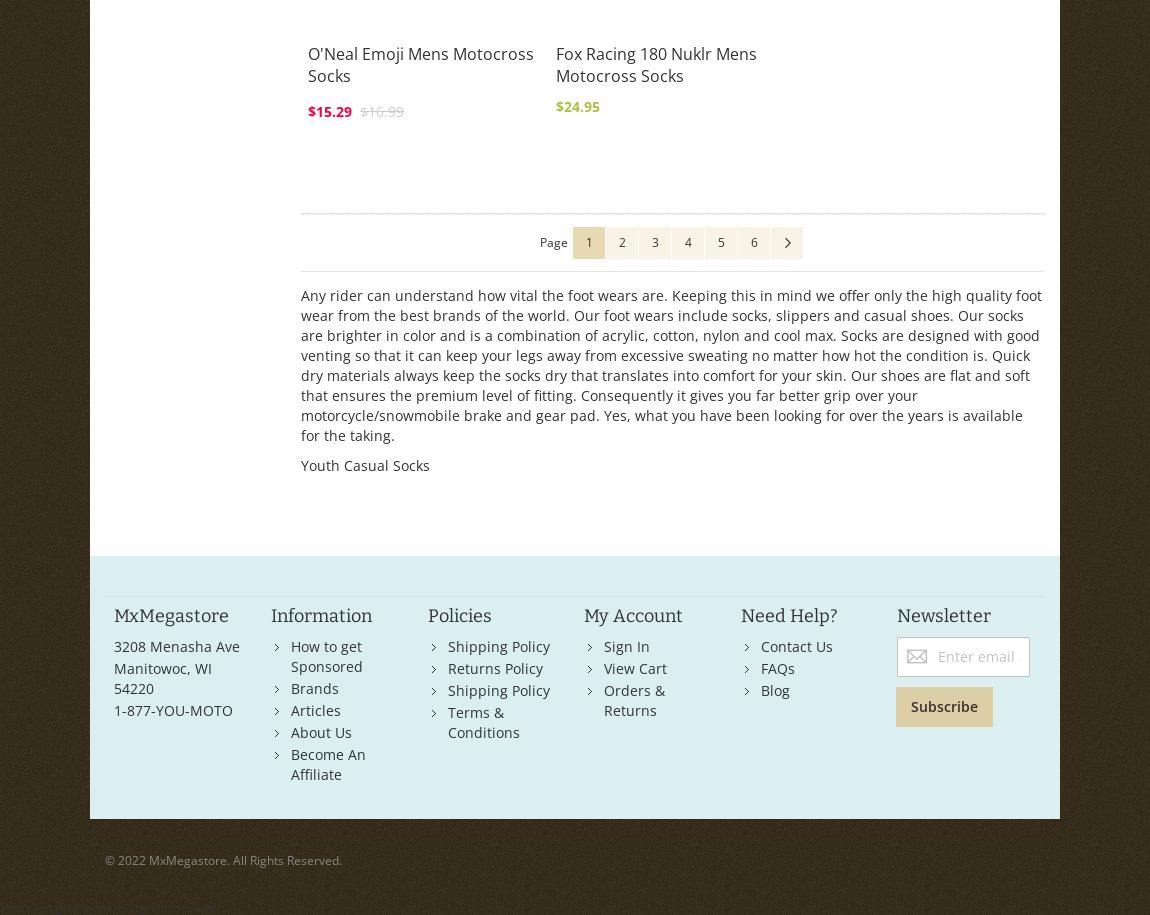  What do you see at coordinates (602, 666) in the screenshot?
I see `'View Cart'` at bounding box center [602, 666].